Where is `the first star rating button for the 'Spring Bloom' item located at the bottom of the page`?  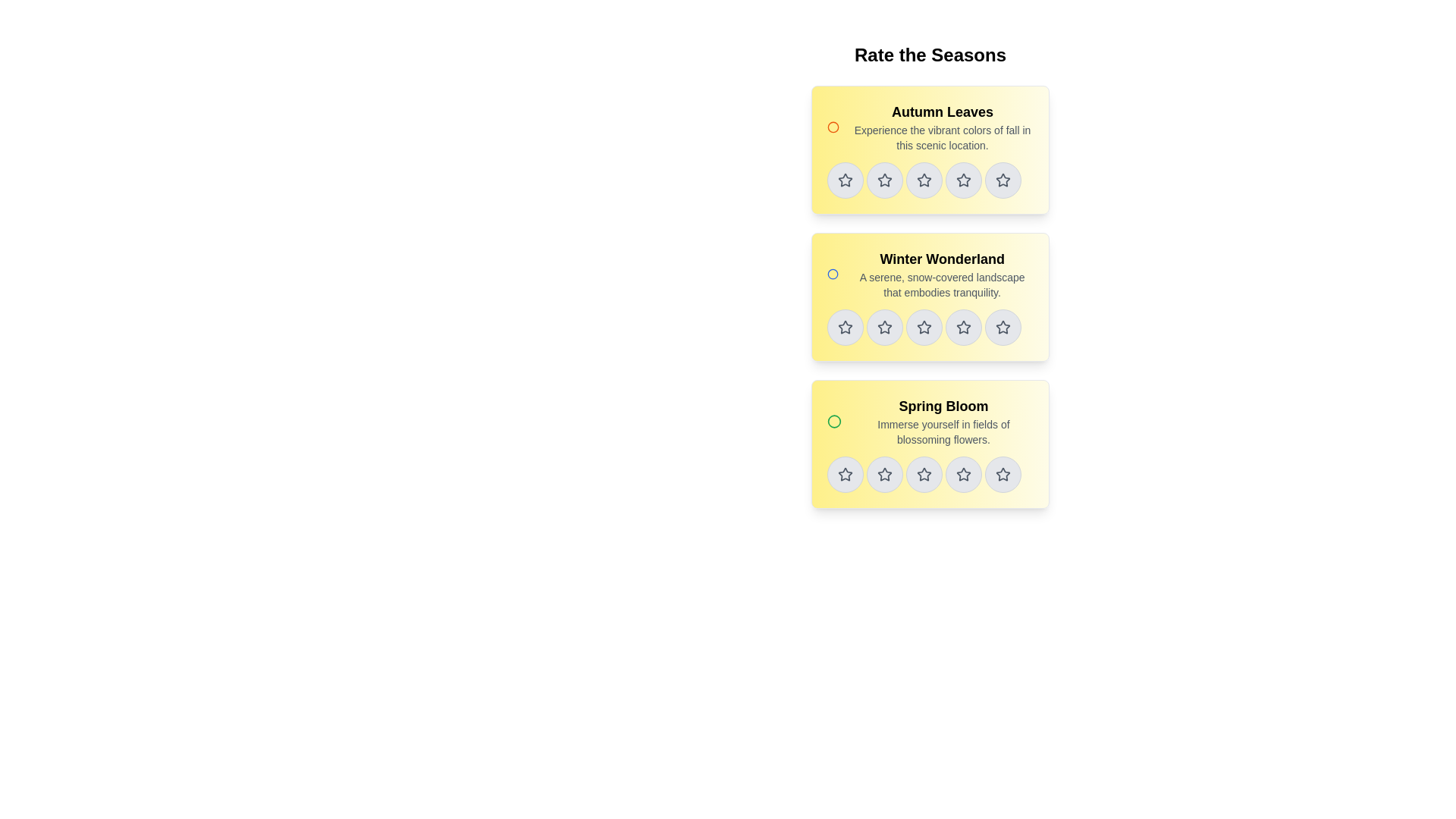 the first star rating button for the 'Spring Bloom' item located at the bottom of the page is located at coordinates (844, 473).